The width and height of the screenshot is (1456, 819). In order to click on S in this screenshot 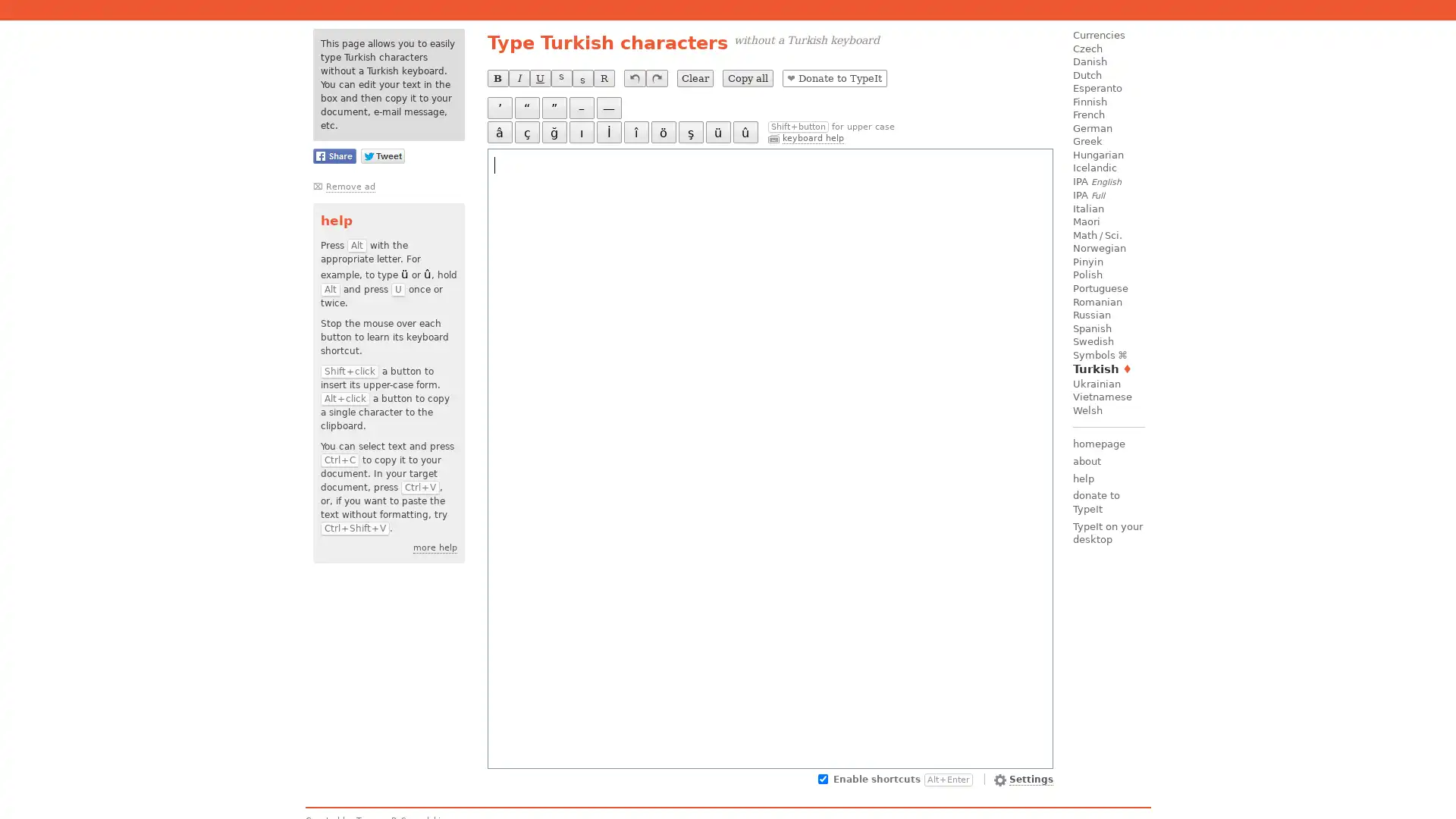, I will do `click(582, 78)`.